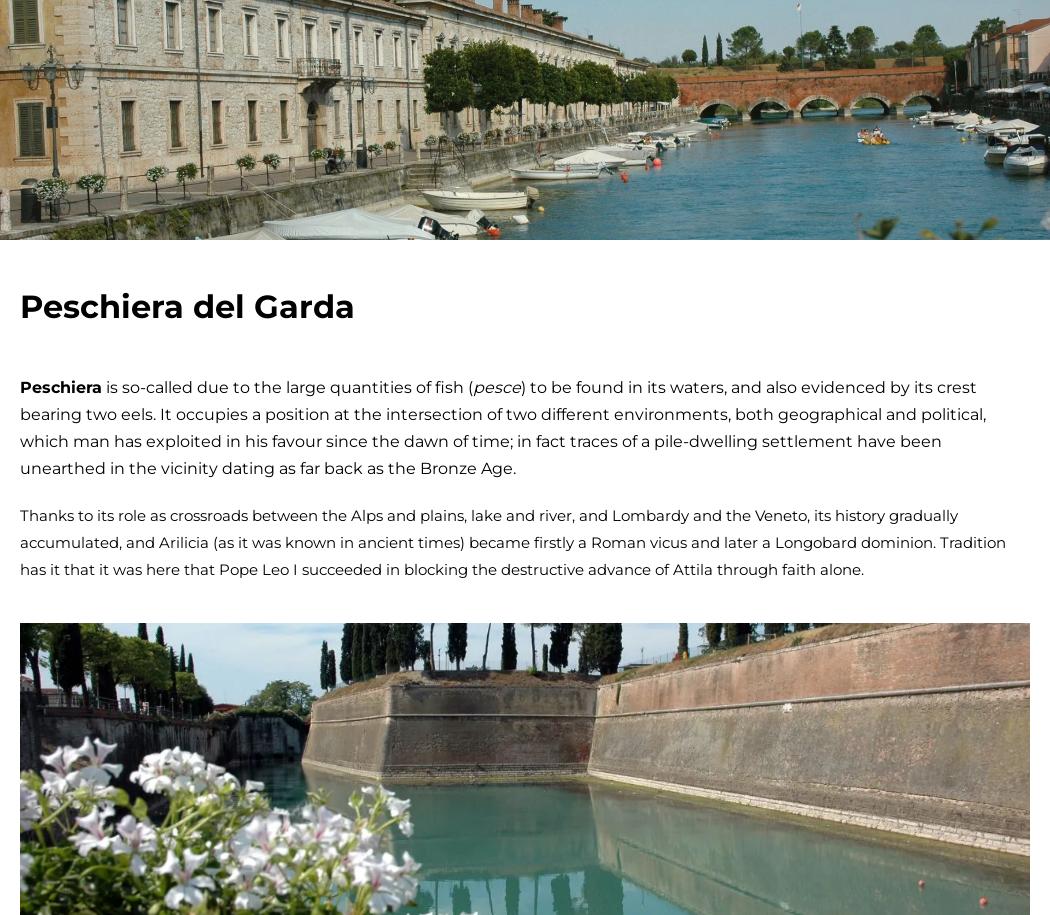  What do you see at coordinates (348, 724) in the screenshot?
I see `'unmissable'` at bounding box center [348, 724].